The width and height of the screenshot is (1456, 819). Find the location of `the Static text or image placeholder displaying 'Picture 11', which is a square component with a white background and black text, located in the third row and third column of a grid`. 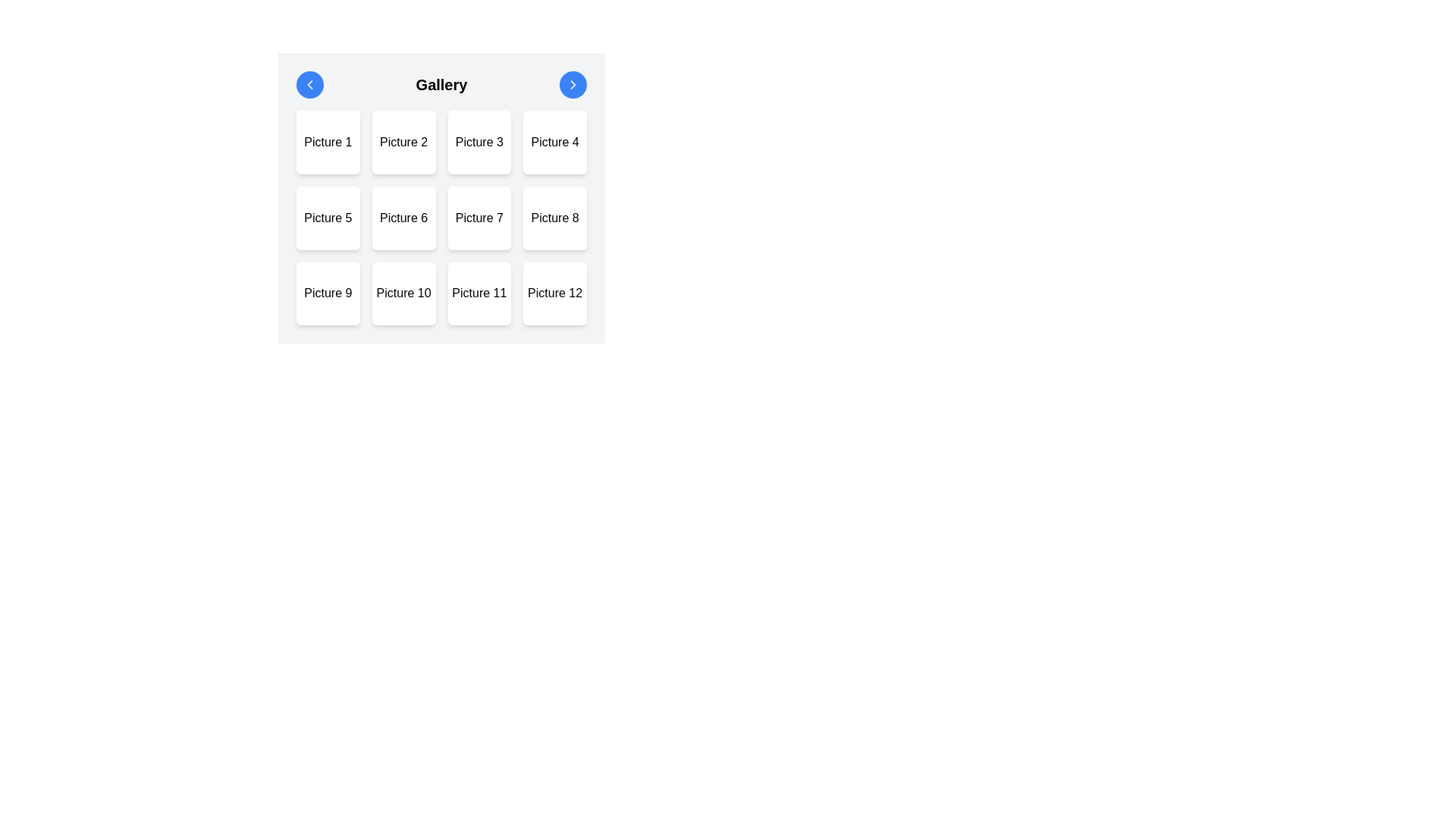

the Static text or image placeholder displaying 'Picture 11', which is a square component with a white background and black text, located in the third row and third column of a grid is located at coordinates (479, 293).